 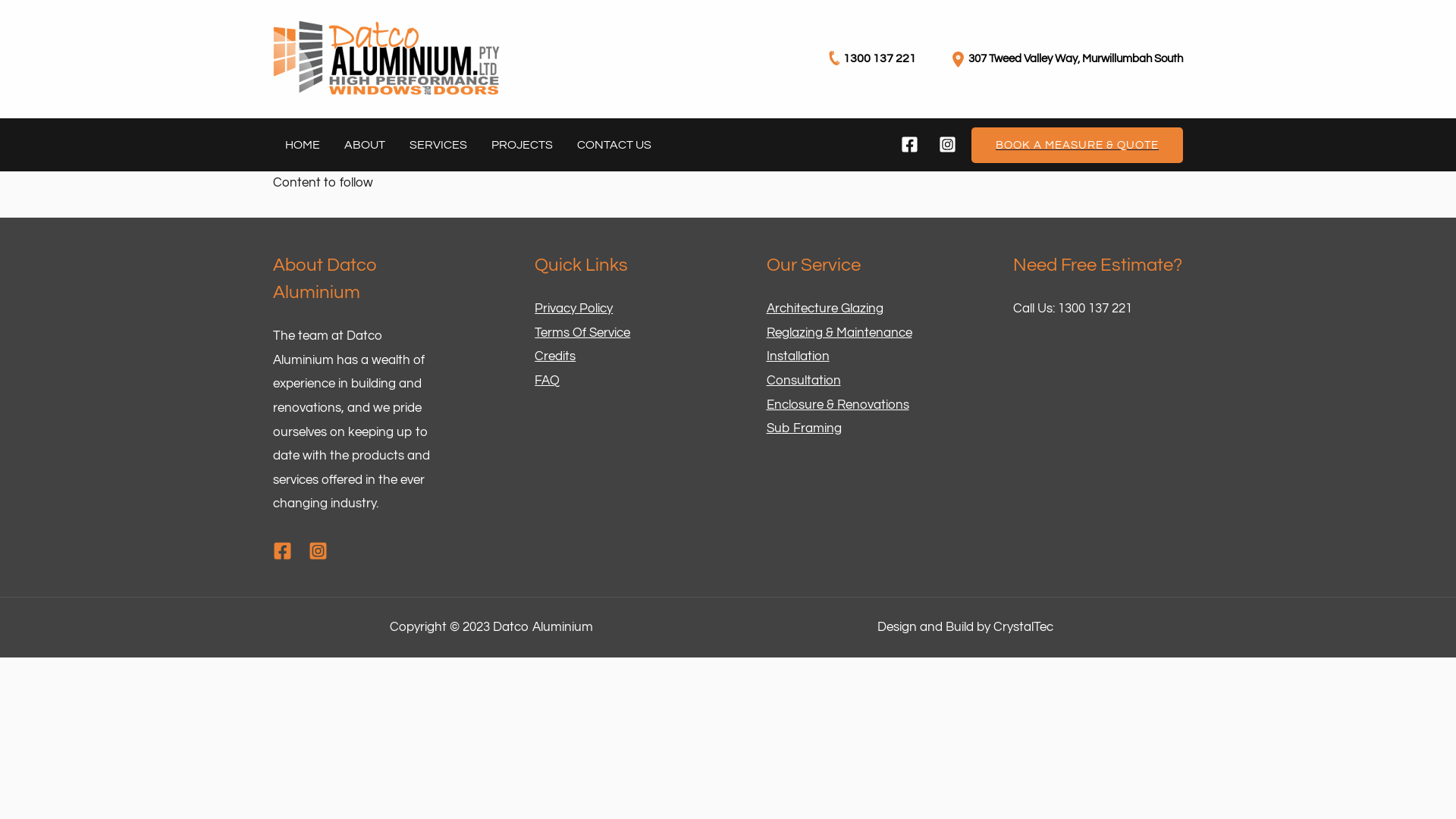 What do you see at coordinates (535, 308) in the screenshot?
I see `'Privacy Policy'` at bounding box center [535, 308].